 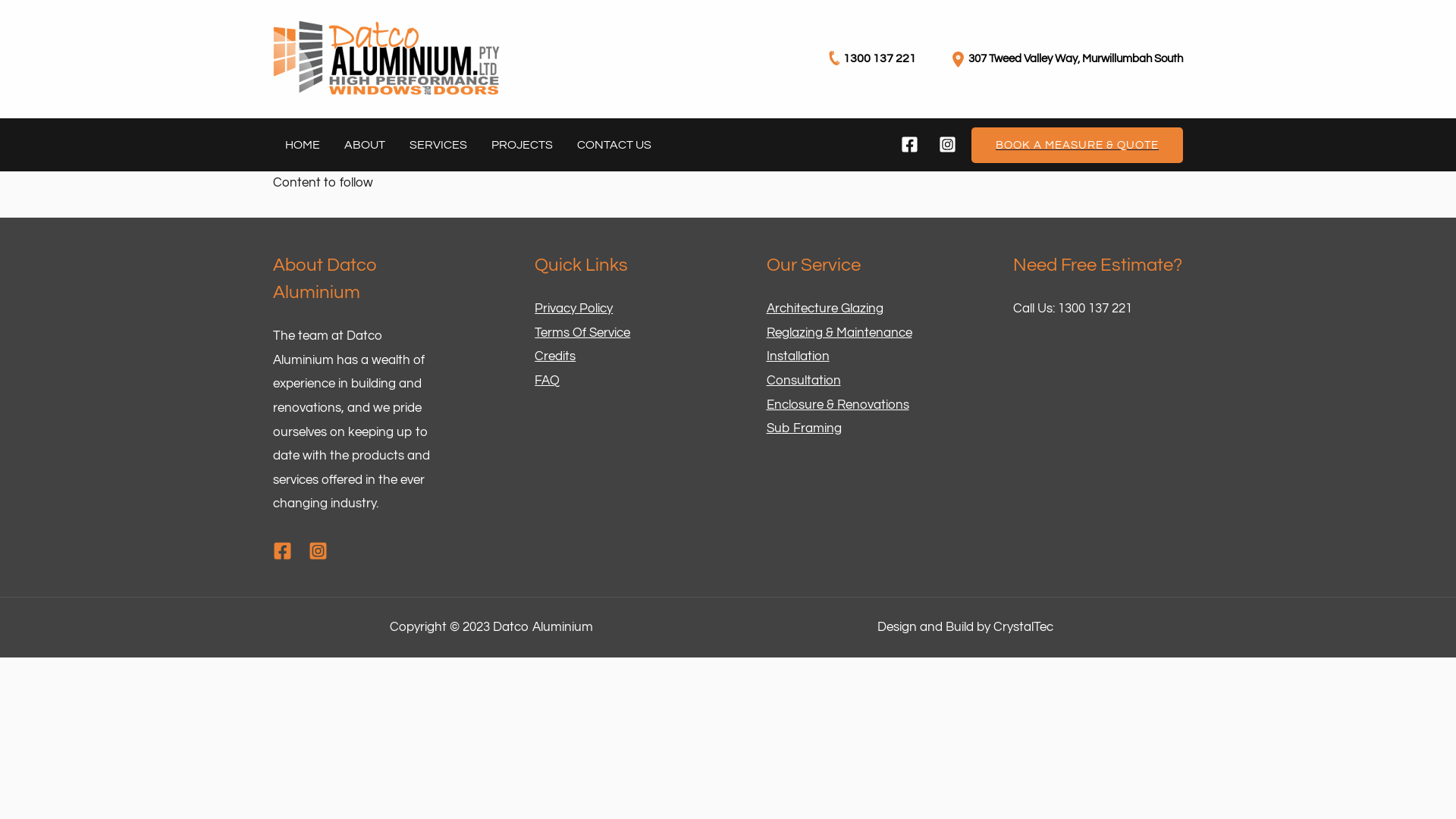 What do you see at coordinates (535, 308) in the screenshot?
I see `'Privacy Policy'` at bounding box center [535, 308].